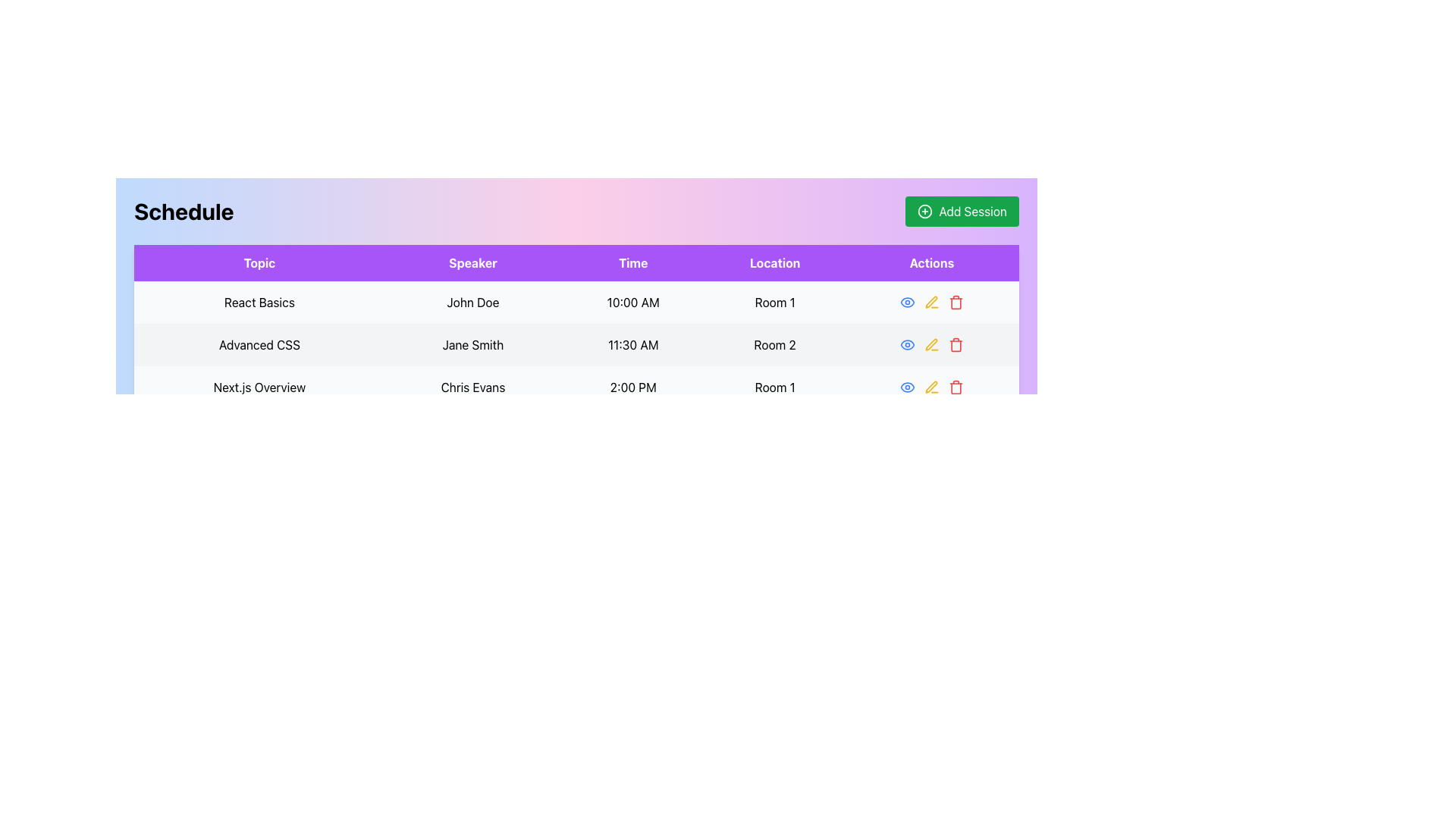 The height and width of the screenshot is (819, 1456). I want to click on the blue eye icon in the Actions column of the schedule table for viewing the 'Next.js Overview' event, so click(930, 386).